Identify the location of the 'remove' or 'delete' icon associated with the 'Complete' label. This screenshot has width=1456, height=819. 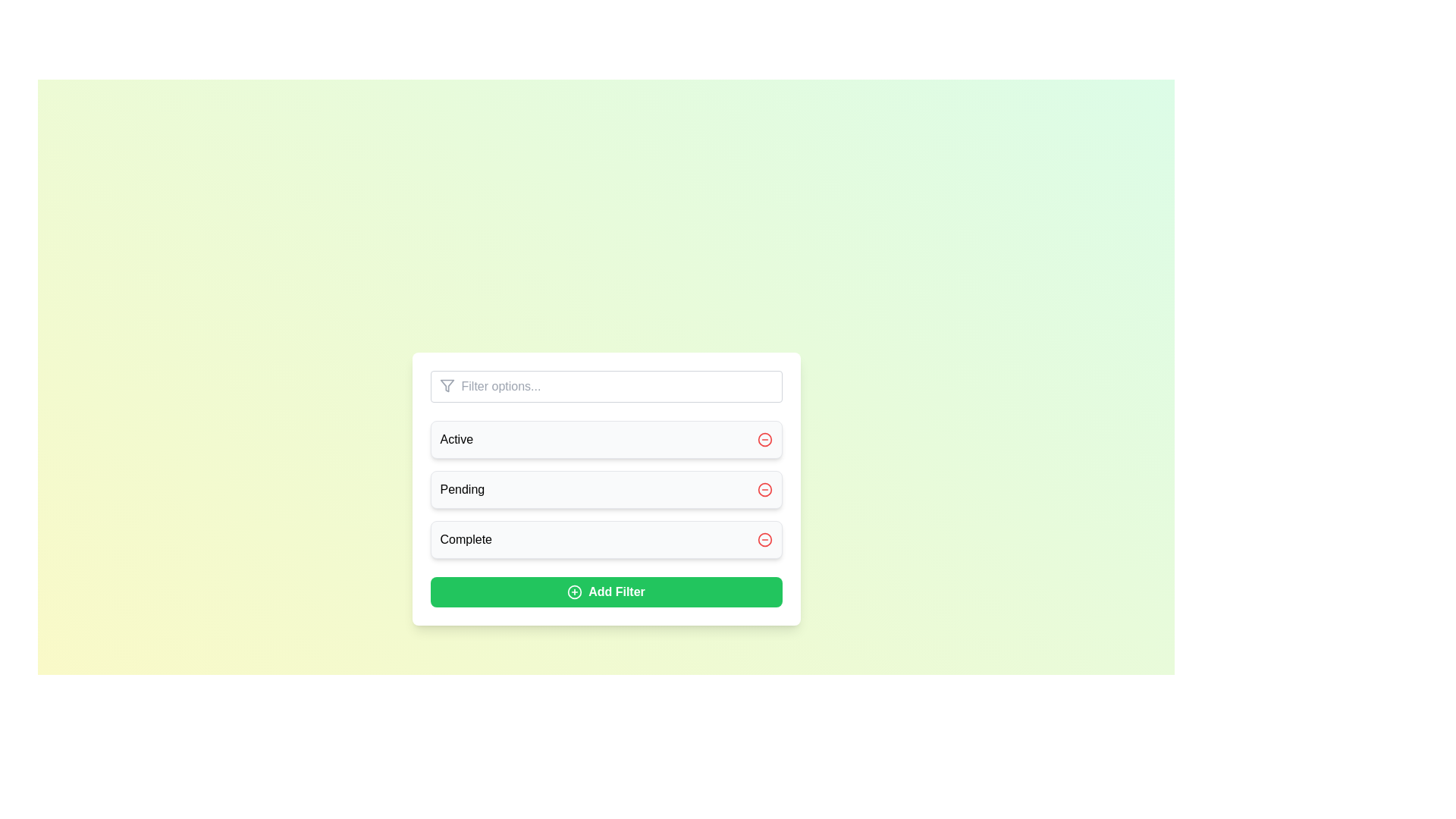
(764, 539).